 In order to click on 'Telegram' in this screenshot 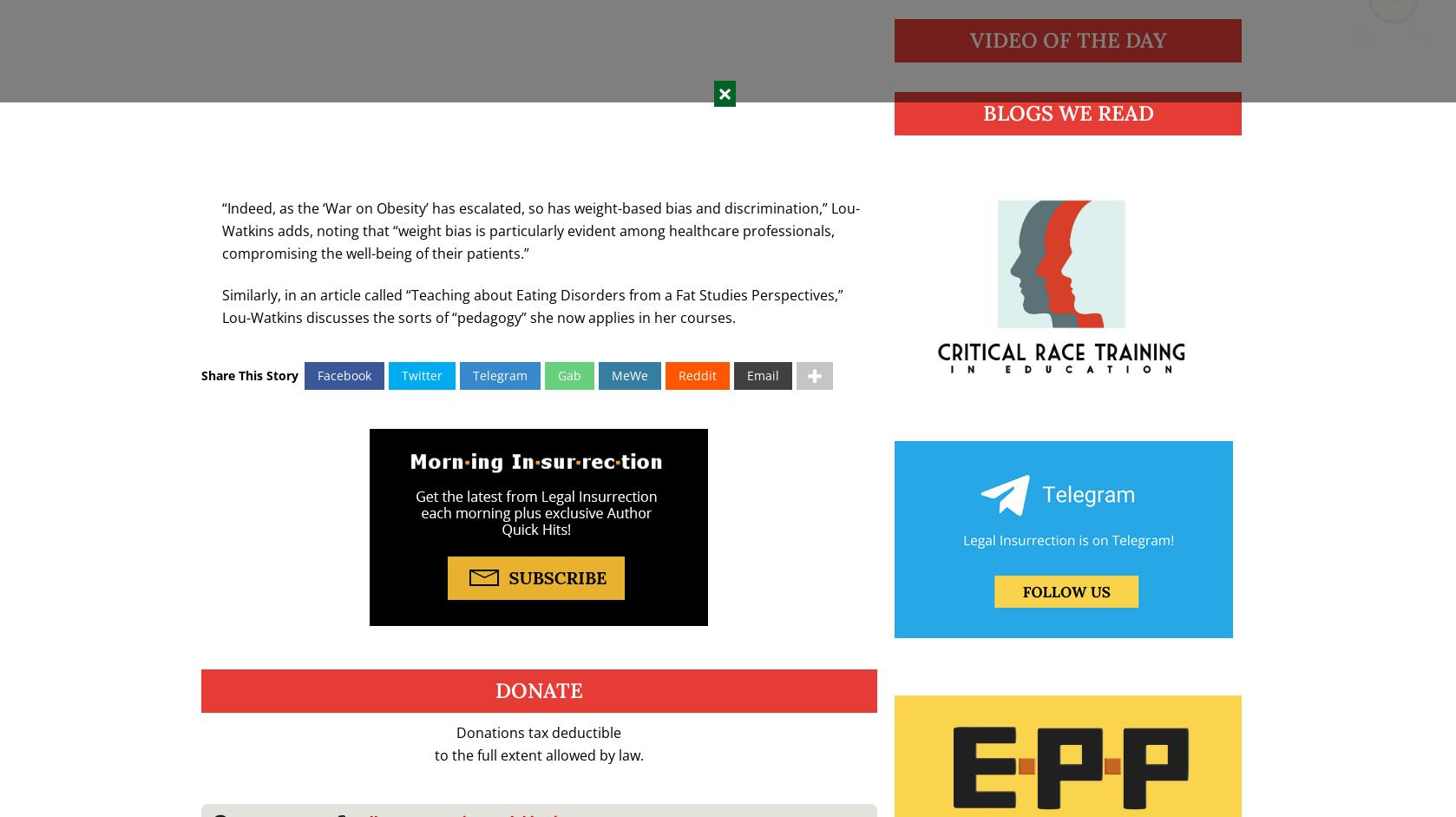, I will do `click(498, 375)`.